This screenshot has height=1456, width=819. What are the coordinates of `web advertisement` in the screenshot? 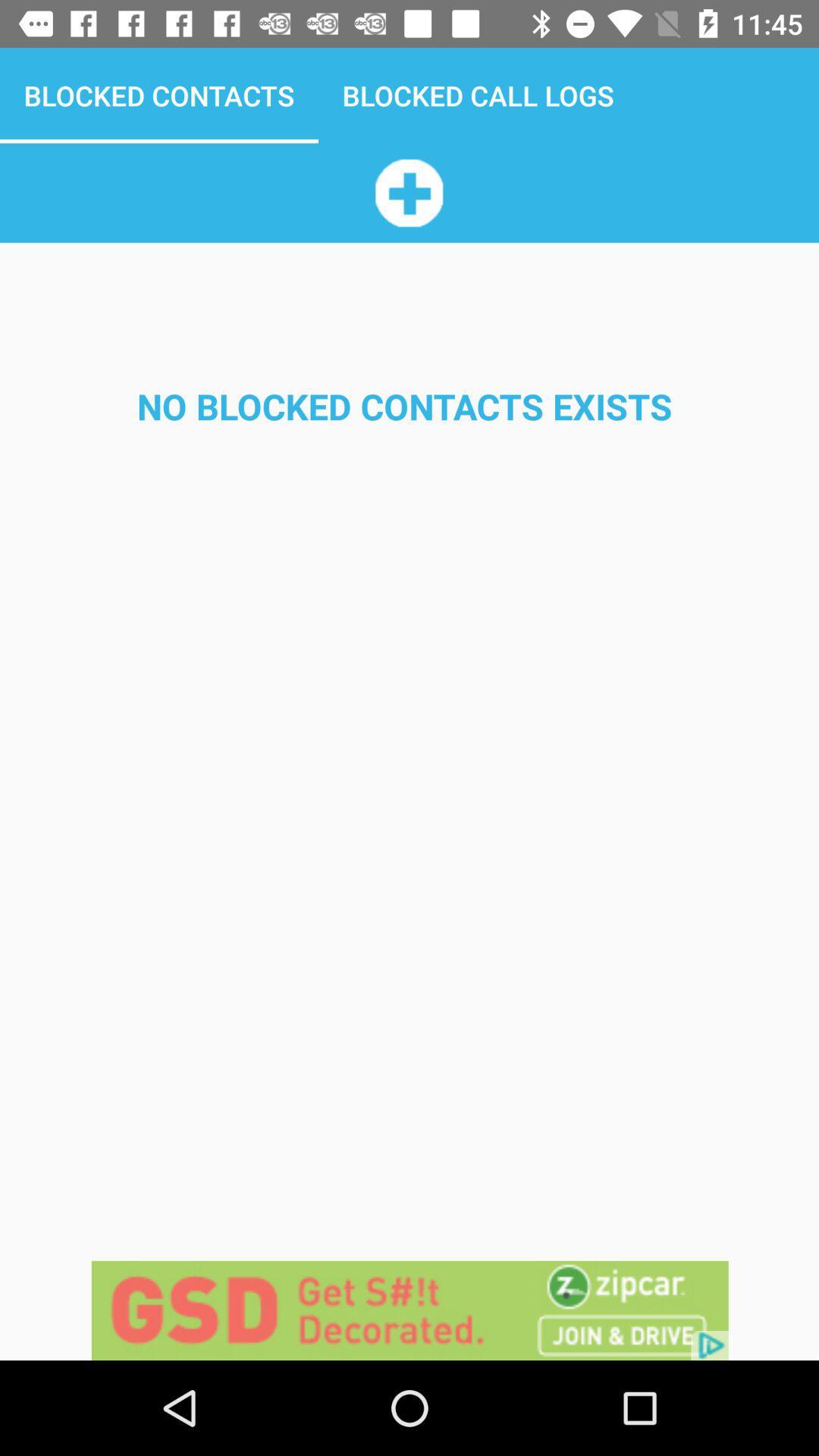 It's located at (409, 1310).